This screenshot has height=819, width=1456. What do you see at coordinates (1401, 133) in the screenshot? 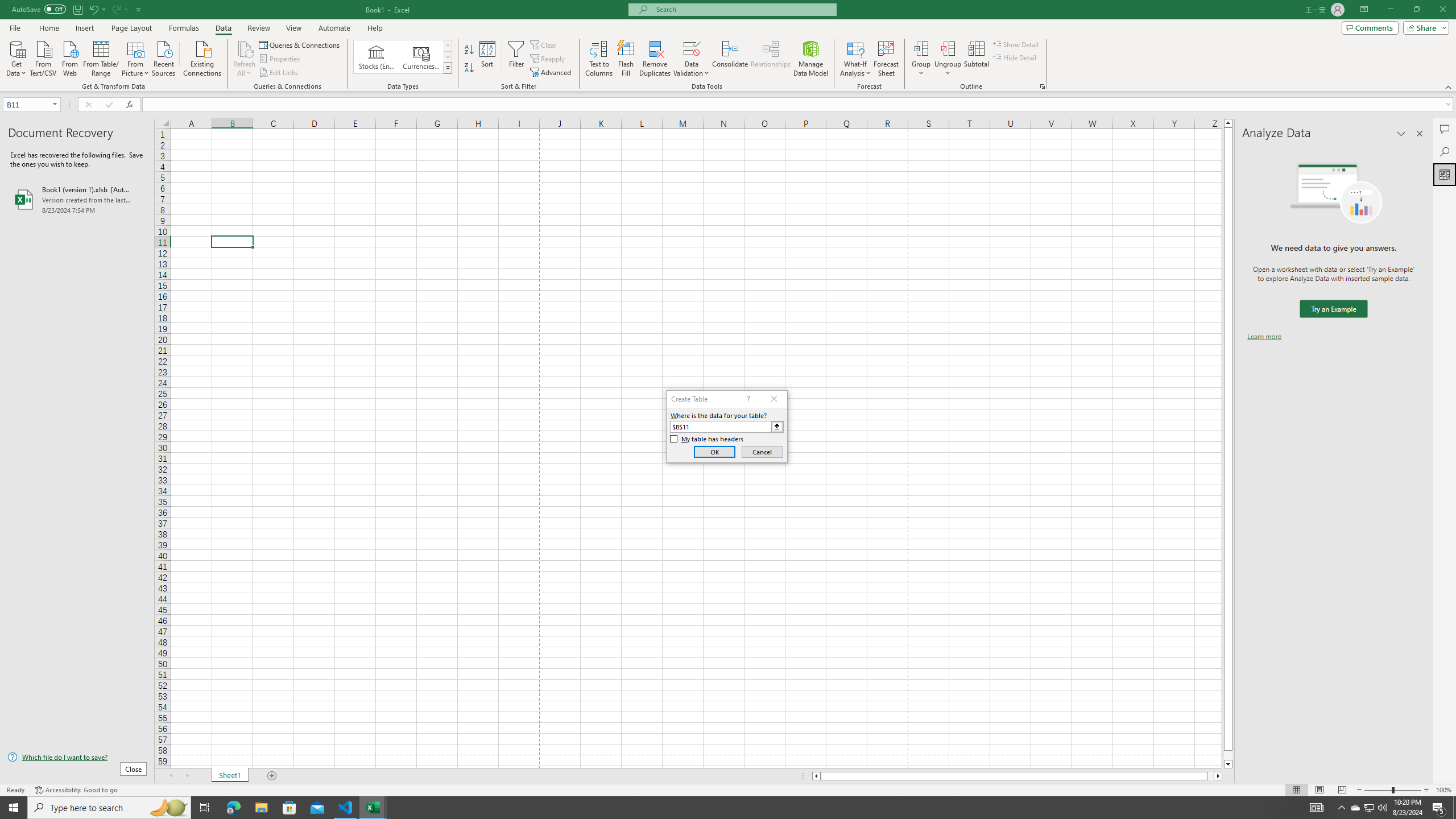
I see `'Task Pane Options'` at bounding box center [1401, 133].